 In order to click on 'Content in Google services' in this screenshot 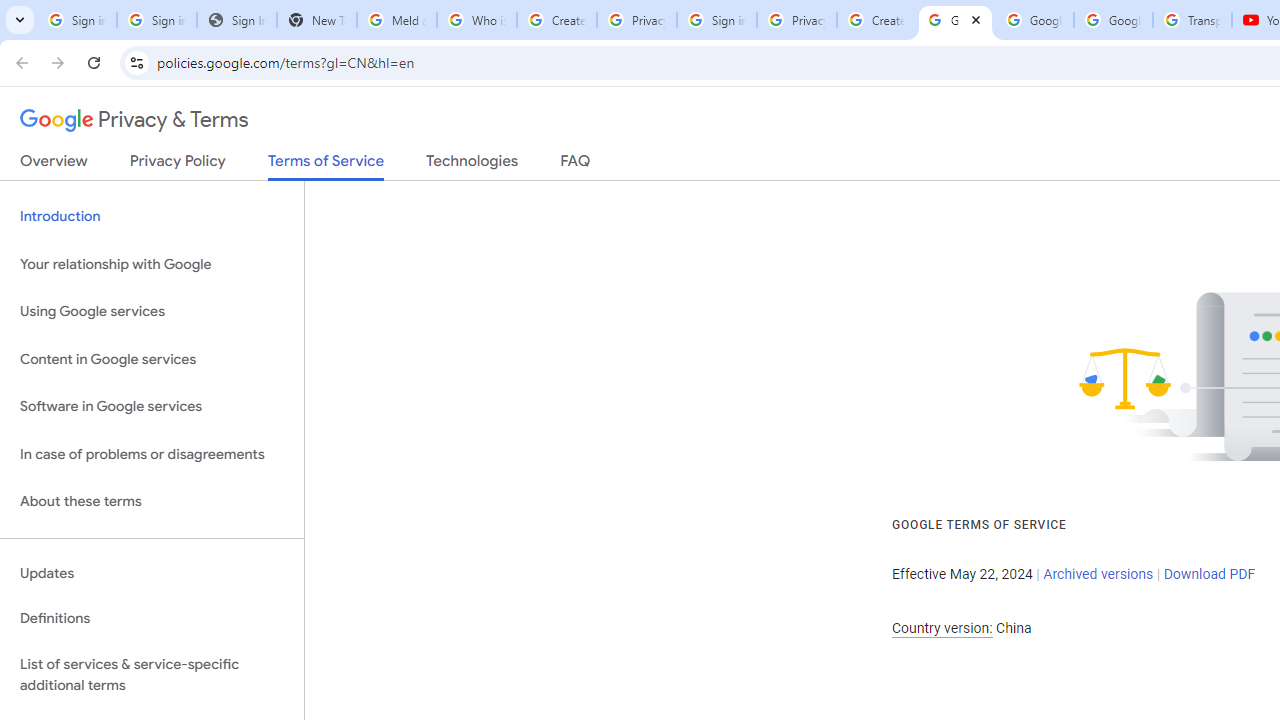, I will do `click(151, 358)`.